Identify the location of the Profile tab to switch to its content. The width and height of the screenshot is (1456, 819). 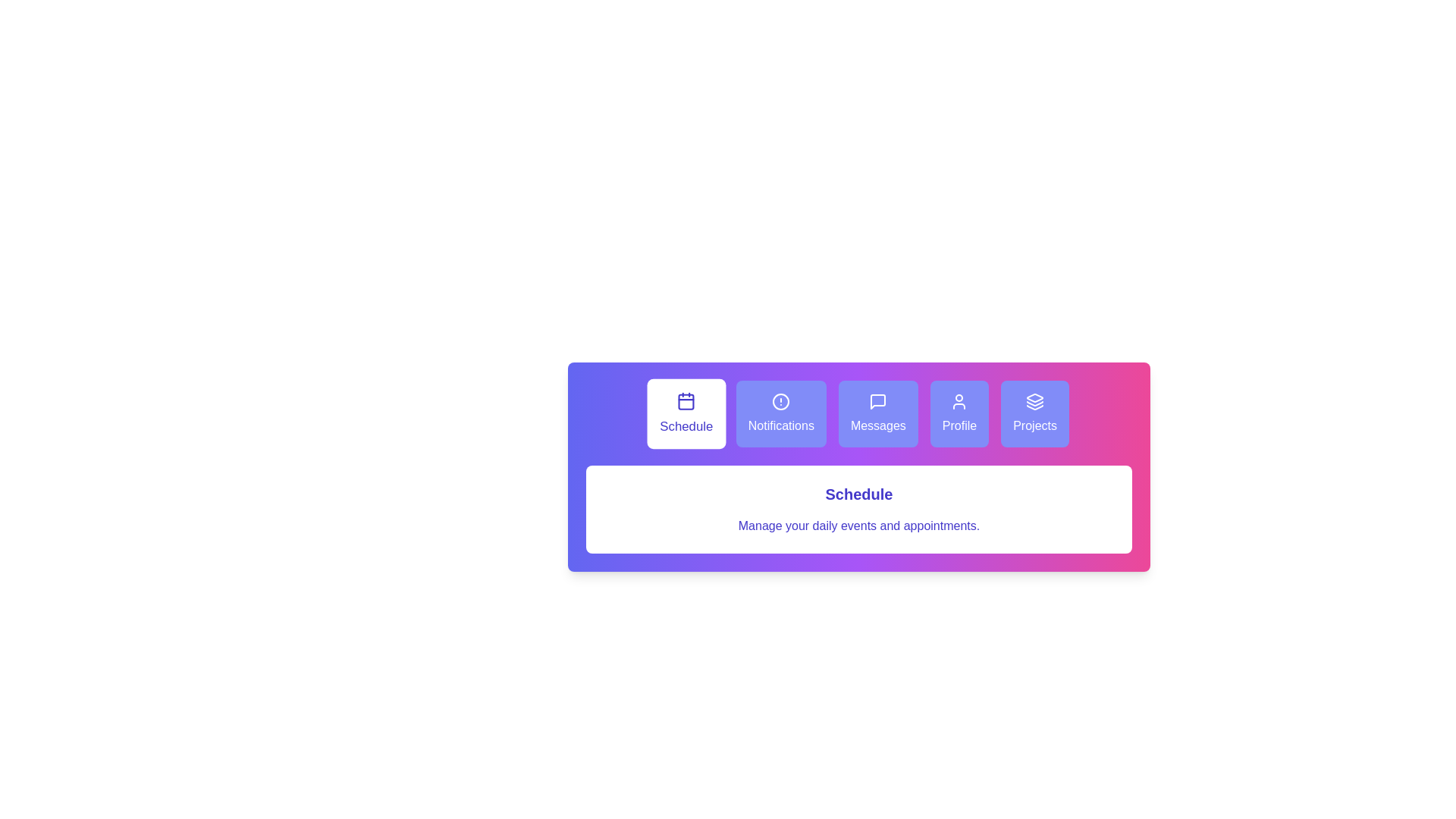
(959, 414).